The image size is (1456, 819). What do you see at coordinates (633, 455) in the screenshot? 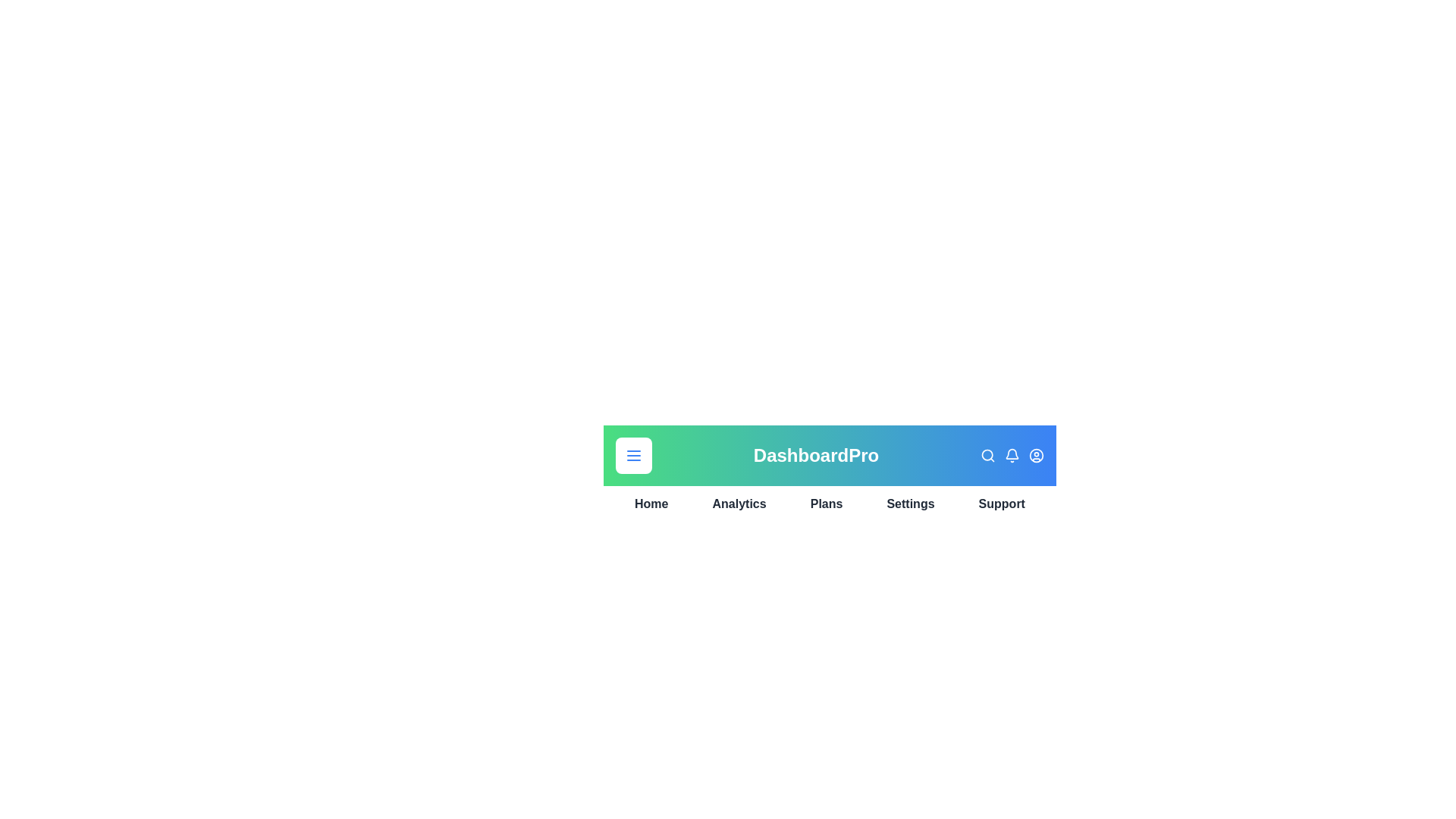
I see `the menu toggle button to toggle the menu visibility` at bounding box center [633, 455].